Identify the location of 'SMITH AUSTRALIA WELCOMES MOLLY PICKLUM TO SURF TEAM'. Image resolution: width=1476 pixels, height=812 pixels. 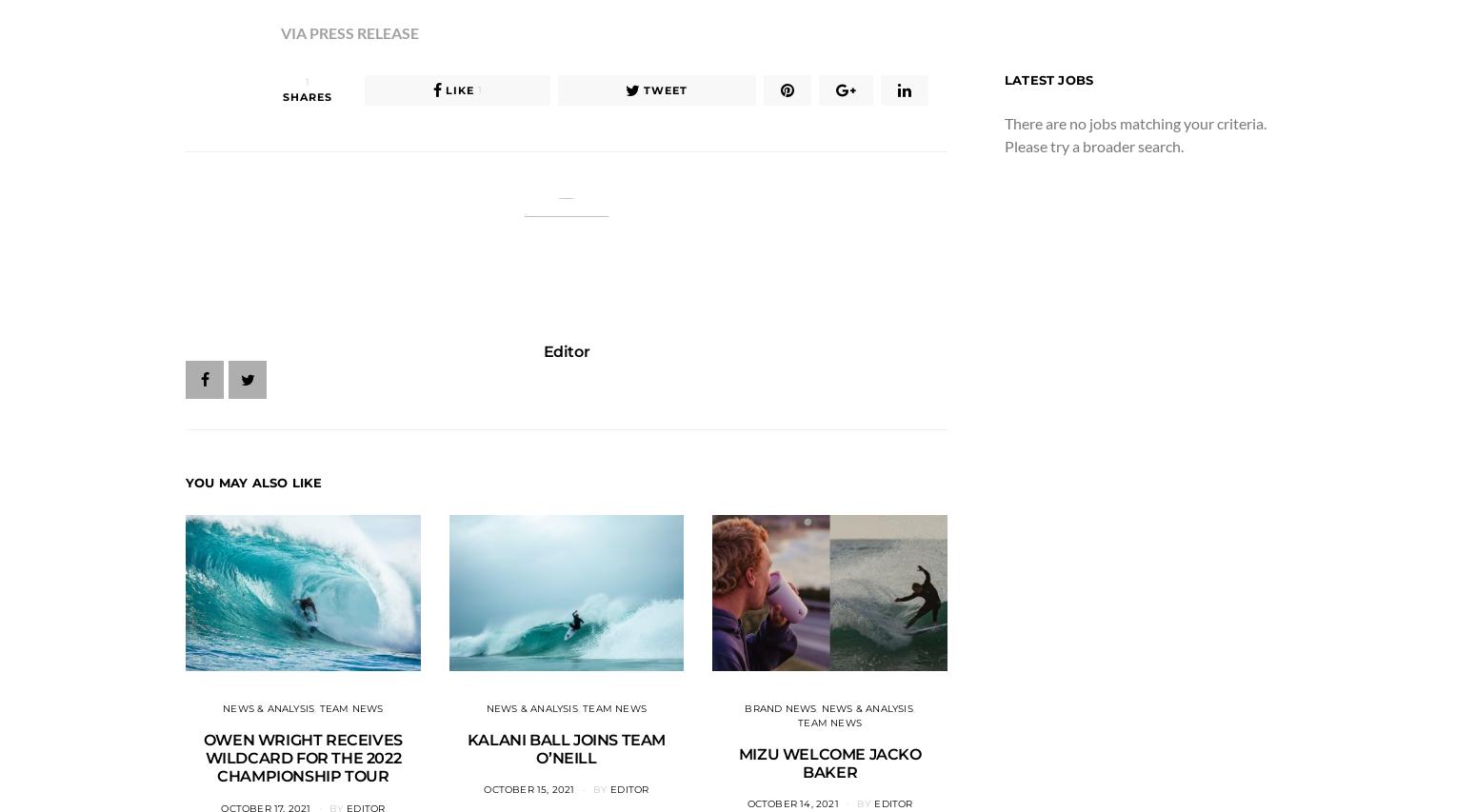
(1355, 771).